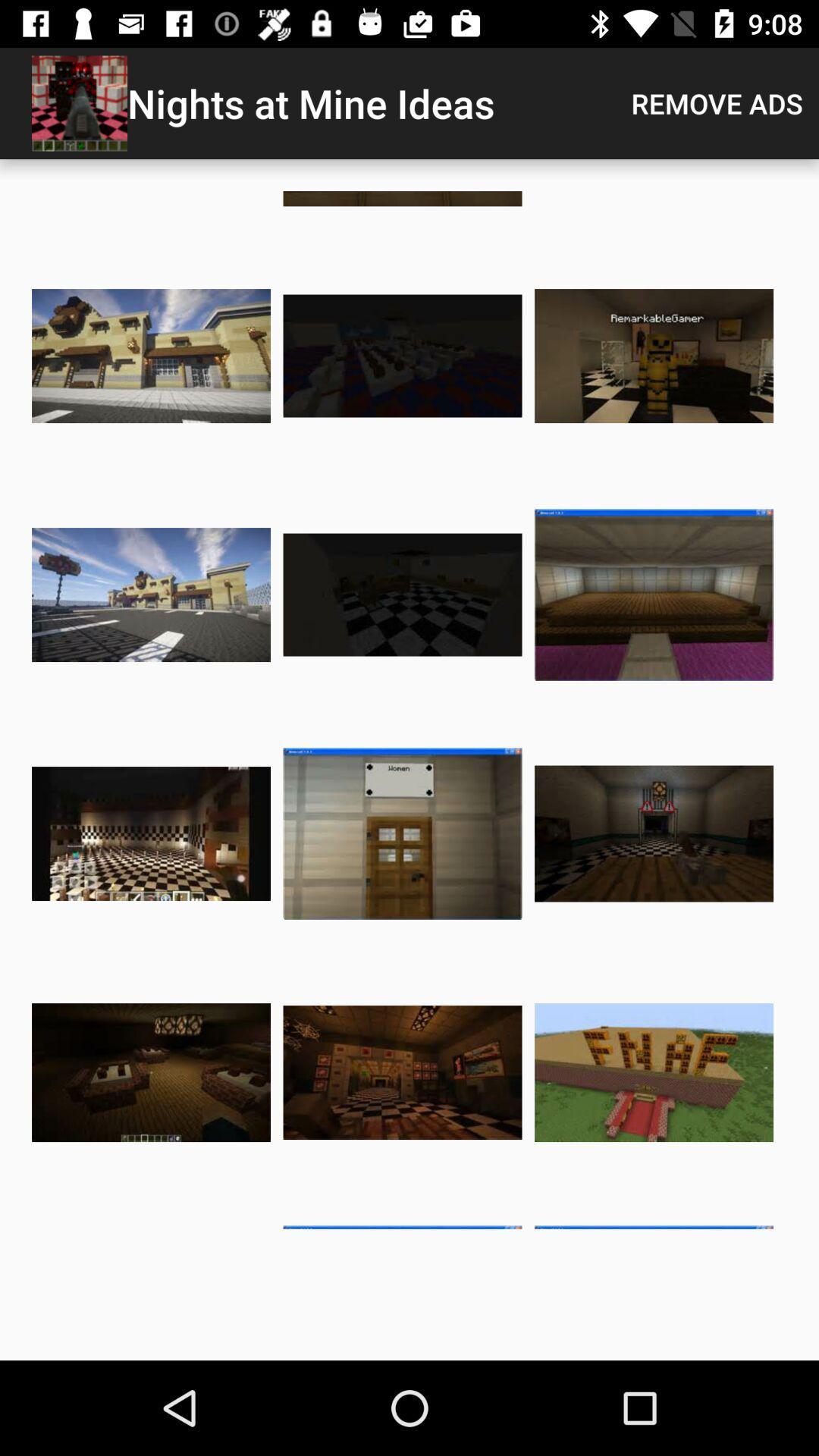 The image size is (819, 1456). I want to click on the remove ads, so click(717, 102).